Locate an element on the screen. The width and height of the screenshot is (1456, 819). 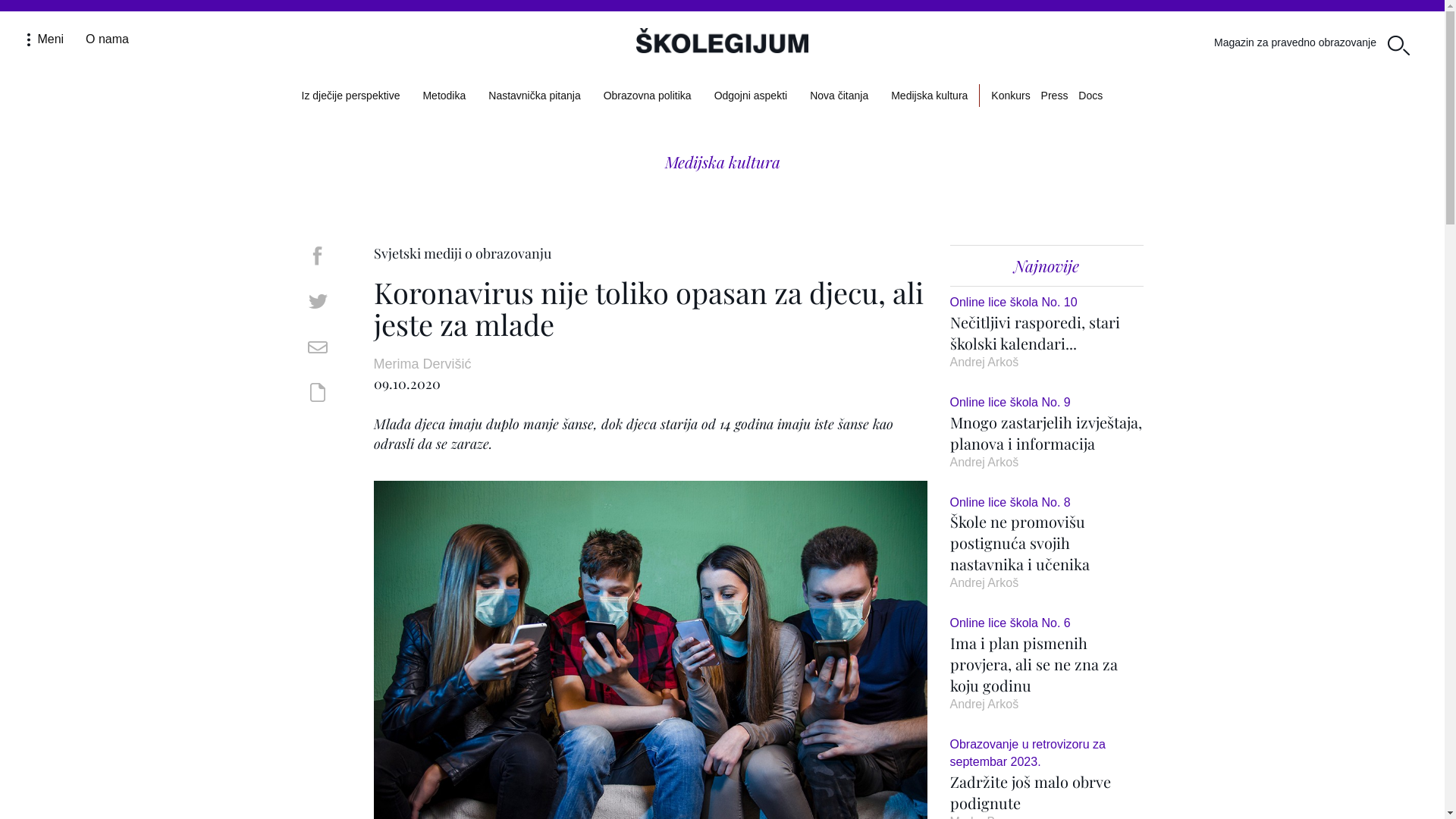
'Odgojni aspekti' is located at coordinates (751, 96).